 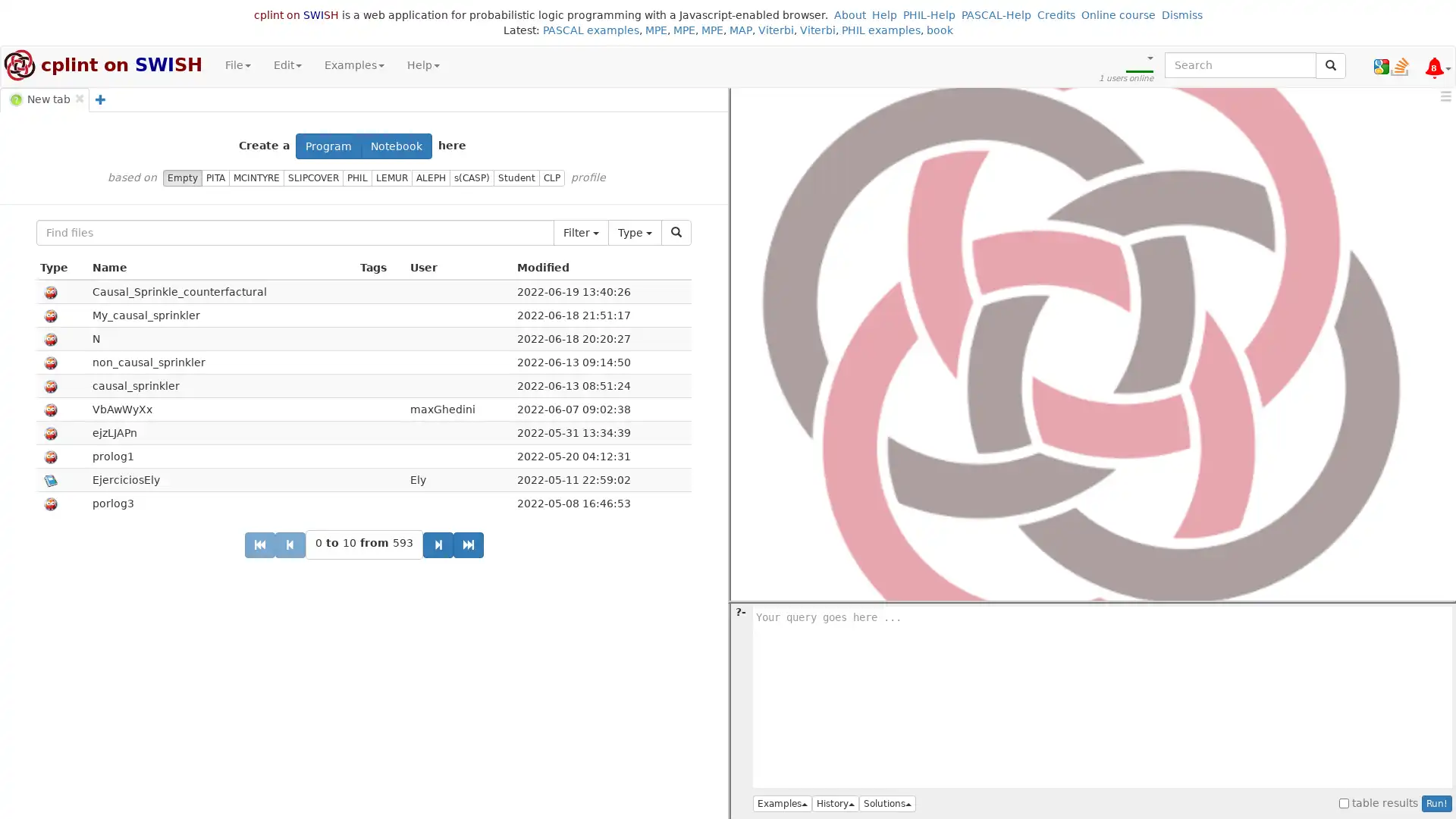 I want to click on Examples, so click(x=783, y=803).